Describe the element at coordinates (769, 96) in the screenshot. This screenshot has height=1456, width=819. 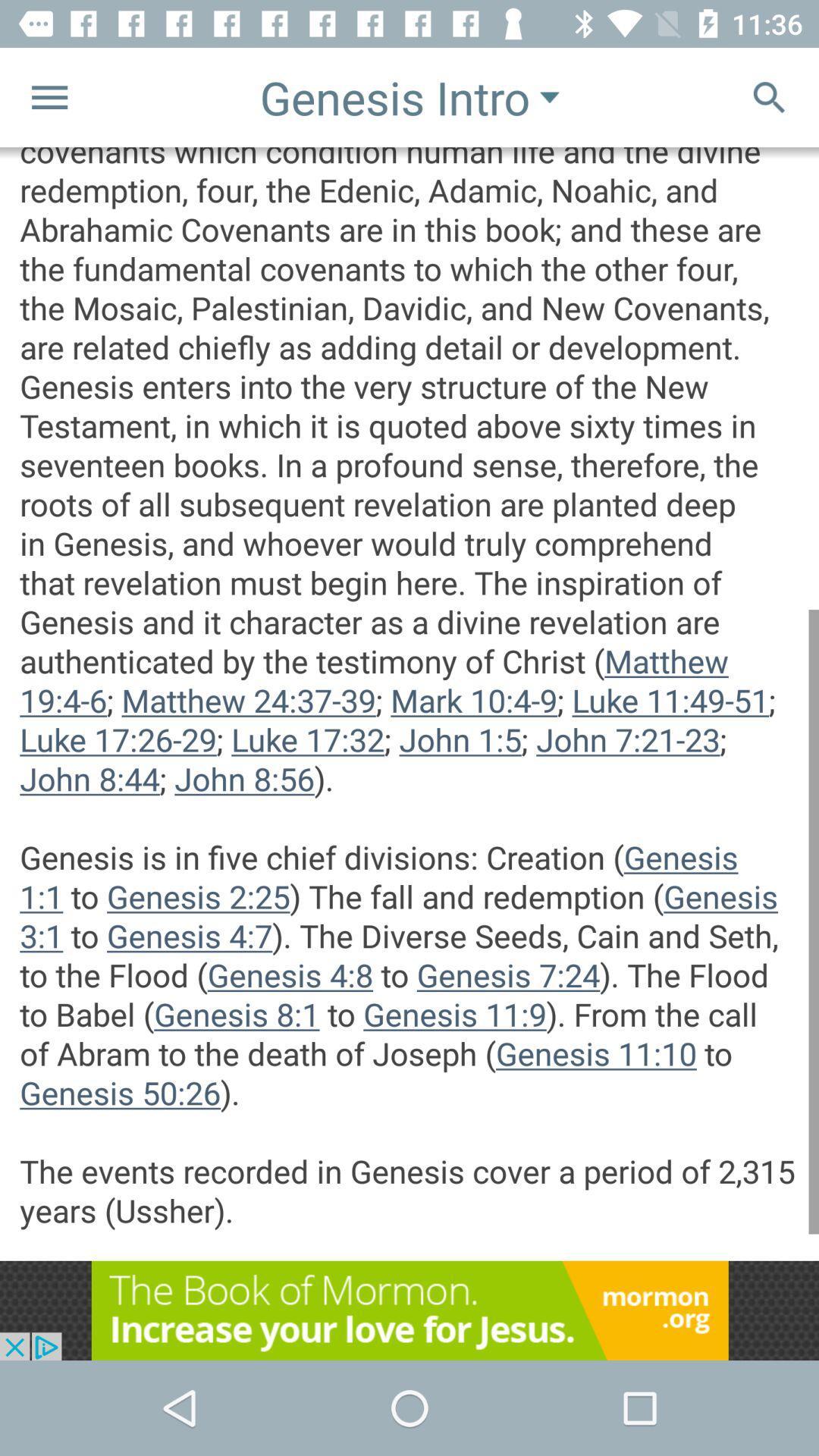
I see `search text` at that location.